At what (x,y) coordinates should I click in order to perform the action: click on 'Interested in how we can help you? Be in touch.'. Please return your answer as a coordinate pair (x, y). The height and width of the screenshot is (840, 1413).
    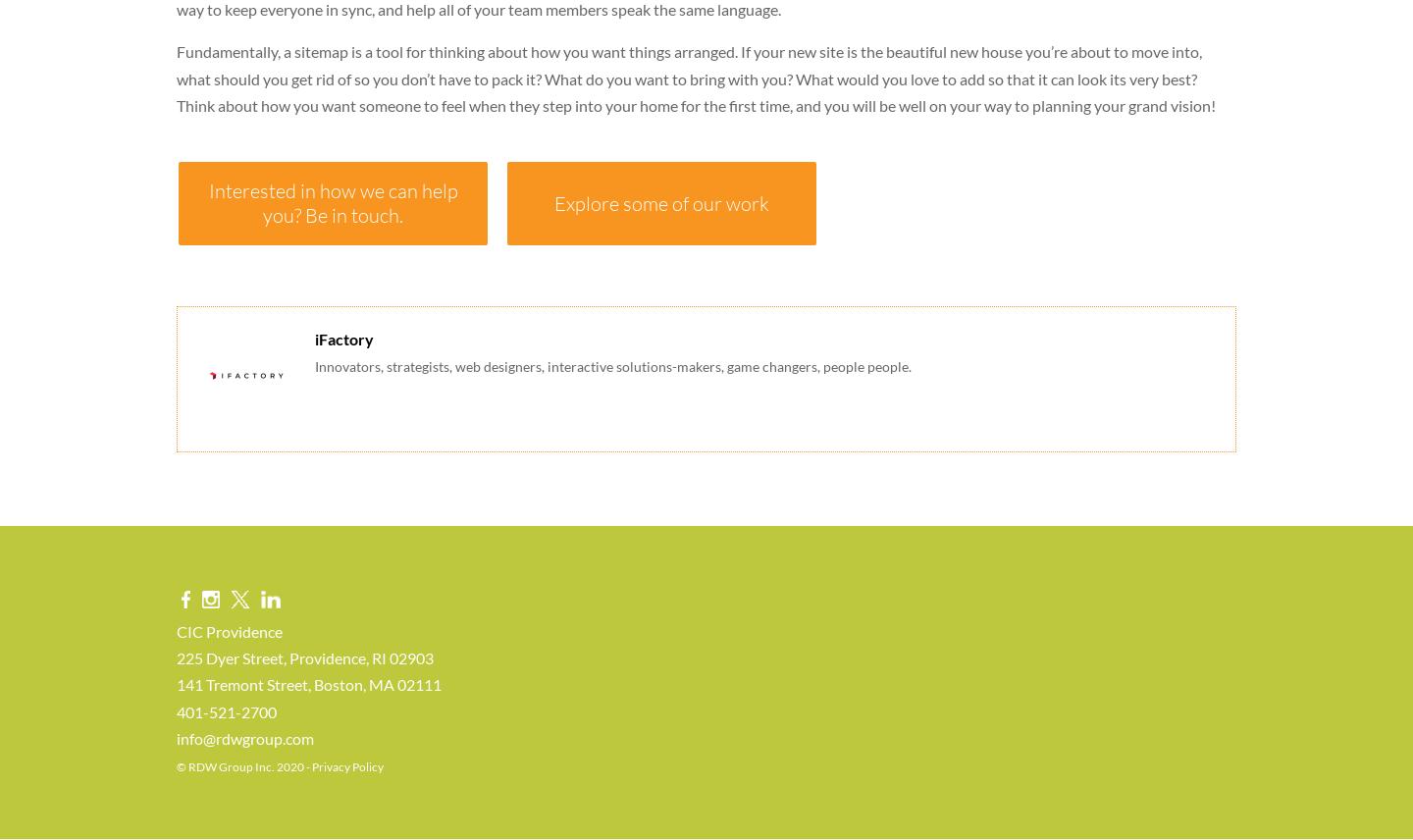
    Looking at the image, I should click on (332, 201).